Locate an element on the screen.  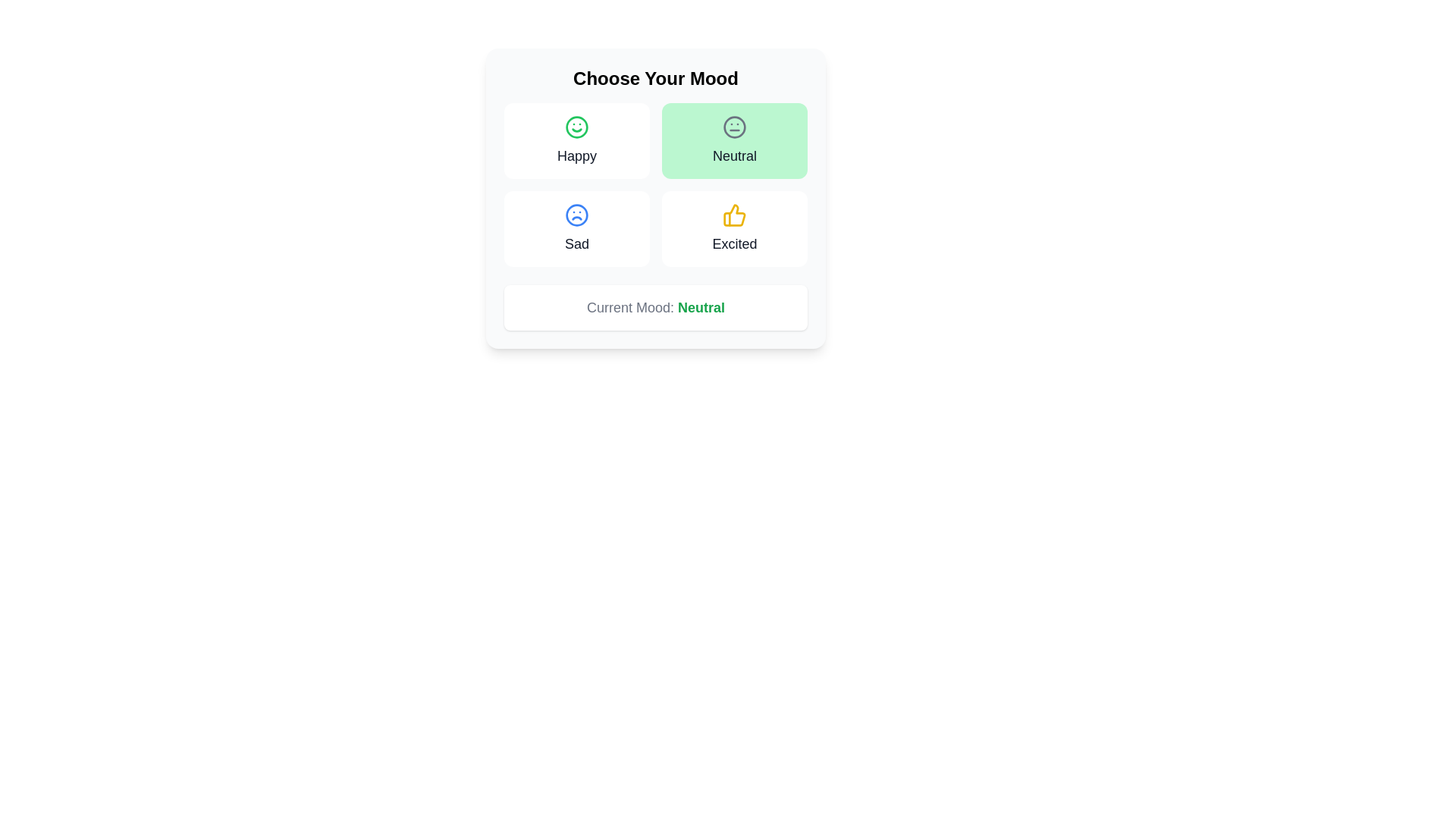
the neutral mood button located in the second column of the first row of the mood options grid is located at coordinates (735, 140).